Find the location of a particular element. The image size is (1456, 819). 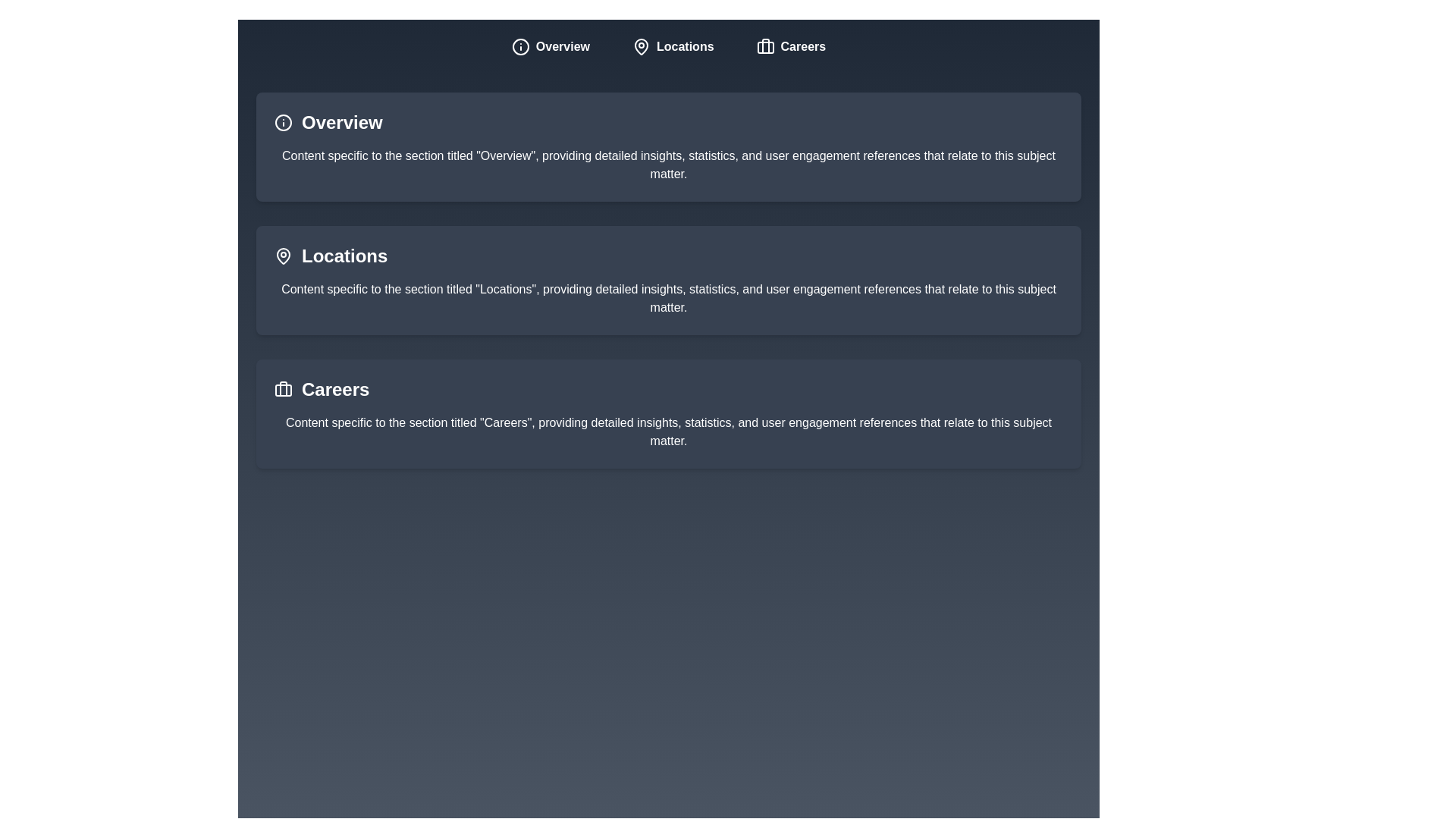

the 'Locations' button in the navigation menu is located at coordinates (672, 45).